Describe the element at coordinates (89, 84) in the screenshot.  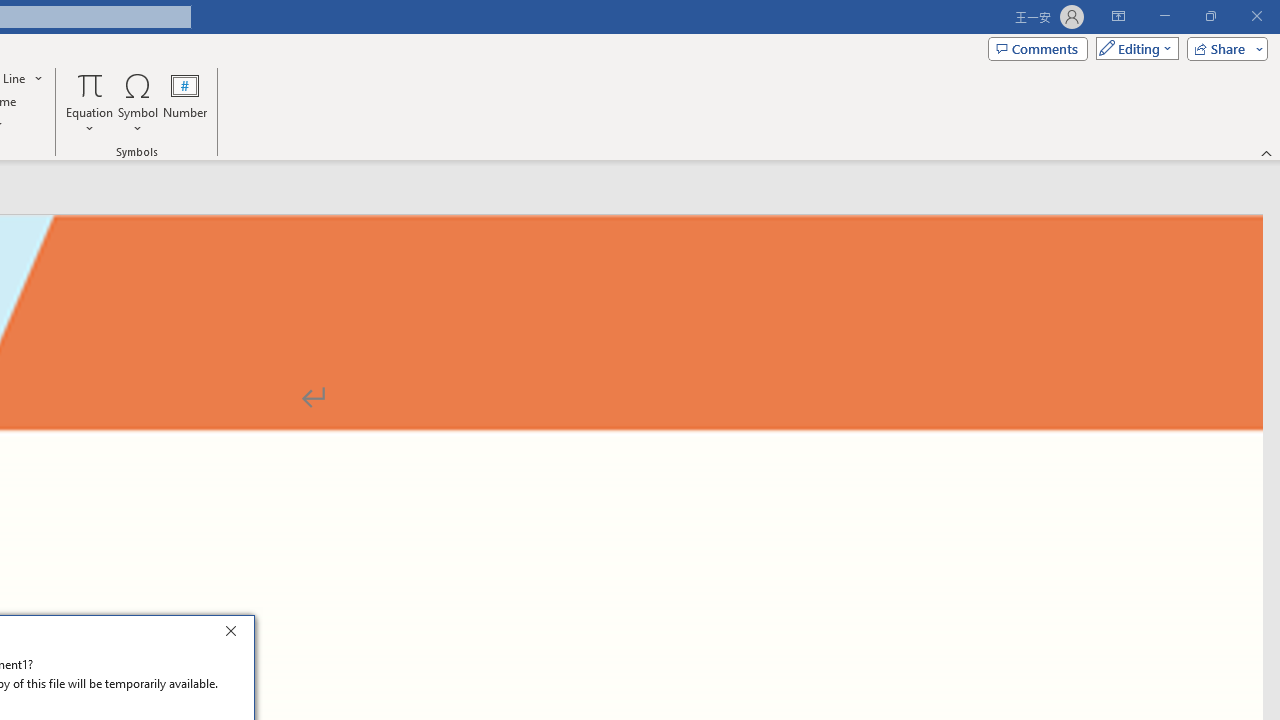
I see `'Equation'` at that location.